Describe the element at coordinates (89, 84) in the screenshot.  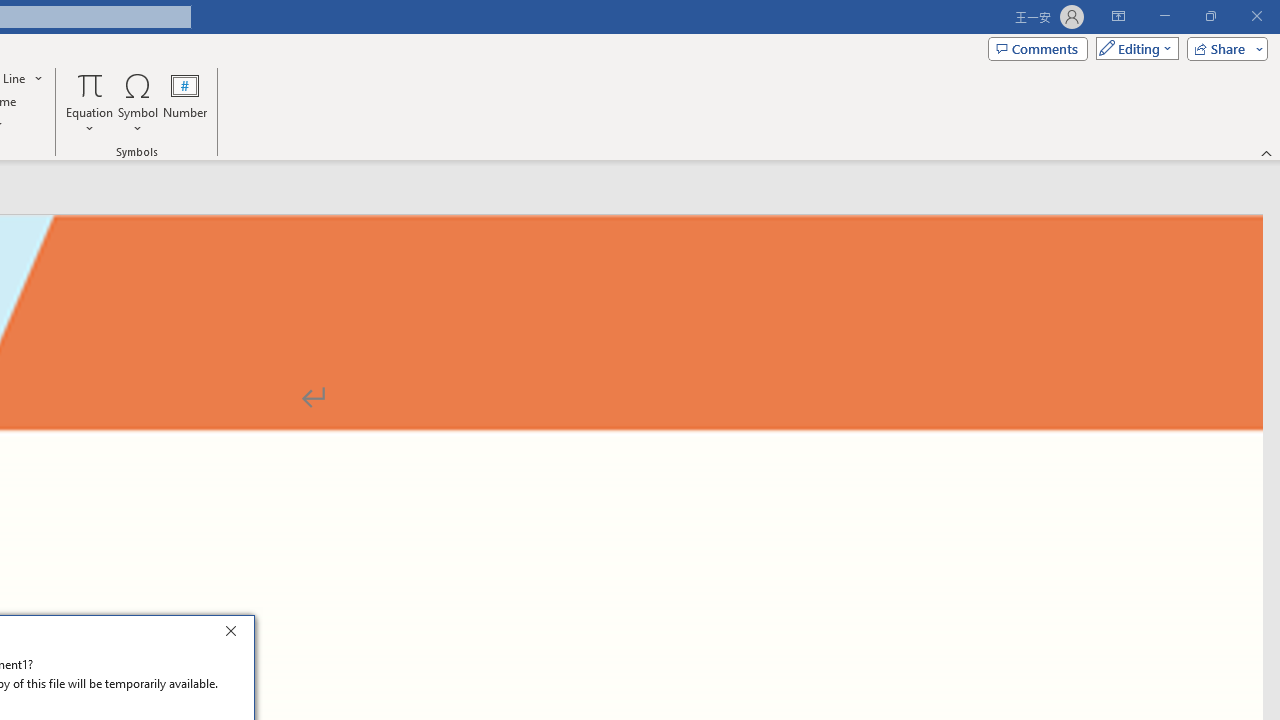
I see `'Equation'` at that location.